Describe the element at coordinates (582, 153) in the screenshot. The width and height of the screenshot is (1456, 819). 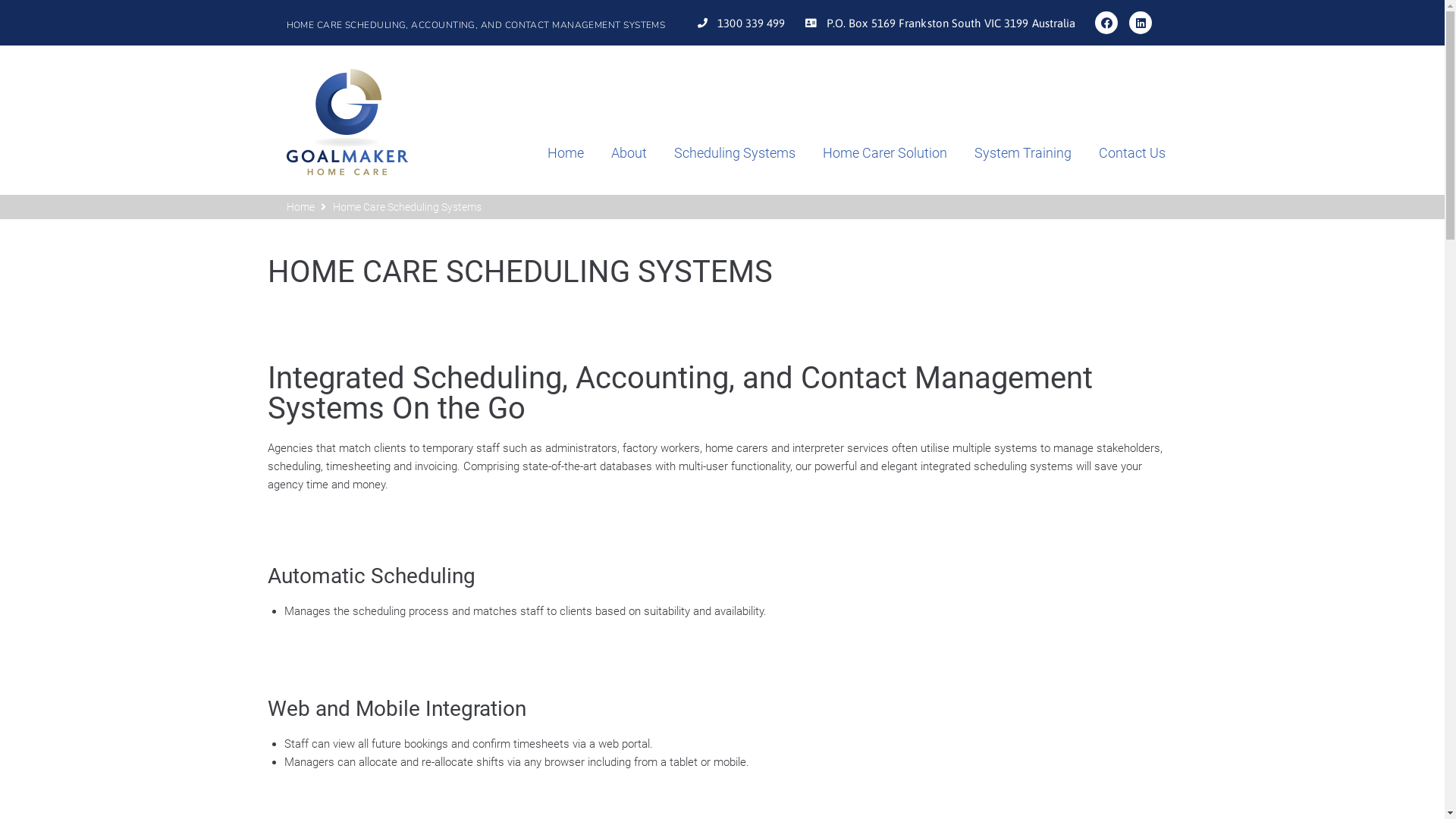
I see `'About'` at that location.